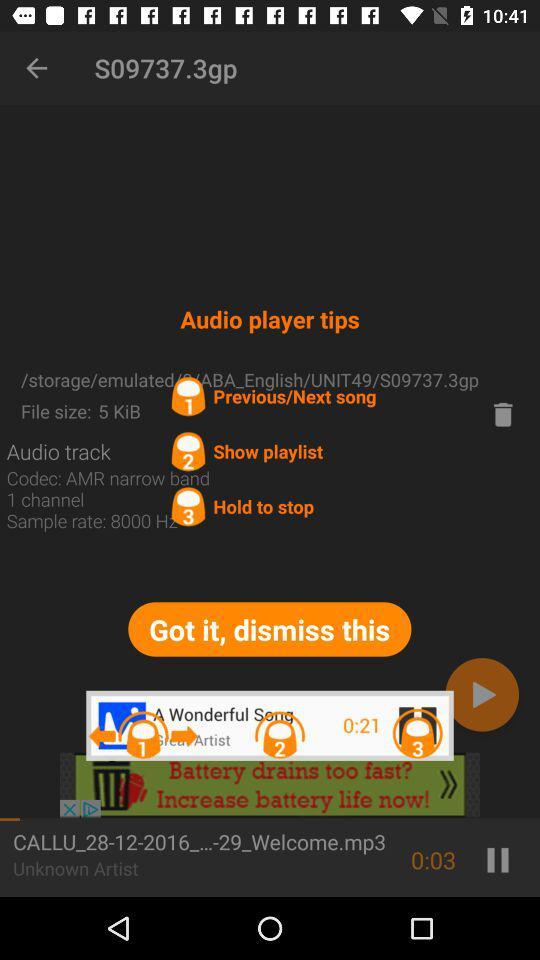 The height and width of the screenshot is (960, 540). I want to click on the icon above storage emulated 0 item, so click(36, 68).